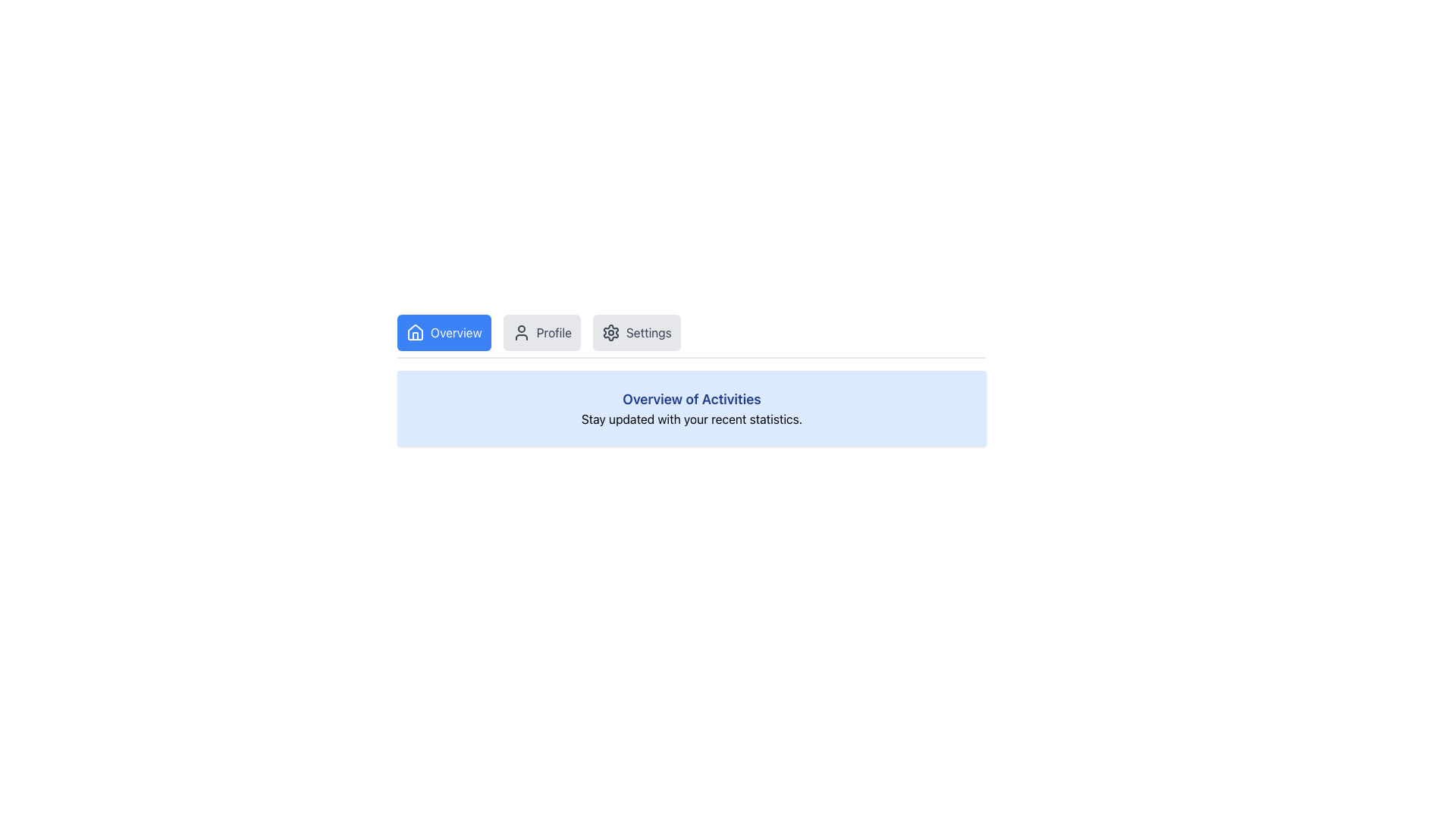 This screenshot has width=1456, height=819. What do you see at coordinates (521, 332) in the screenshot?
I see `the decorative SVG icon representing the 'Profile' button, located between the 'Overview' and 'Settings' buttons` at bounding box center [521, 332].